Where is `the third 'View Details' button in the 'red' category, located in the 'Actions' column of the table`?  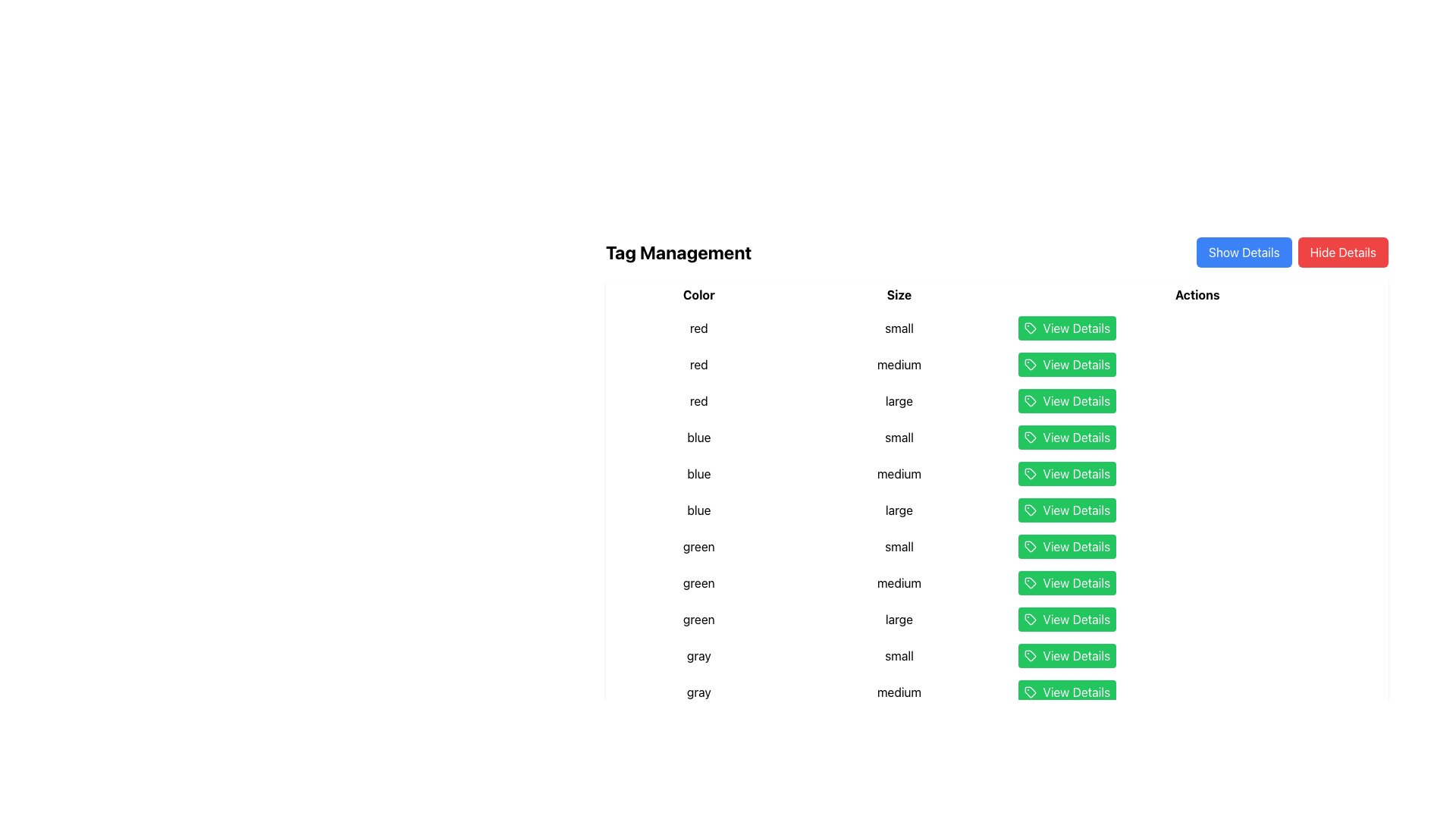 the third 'View Details' button in the 'red' category, located in the 'Actions' column of the table is located at coordinates (1066, 400).